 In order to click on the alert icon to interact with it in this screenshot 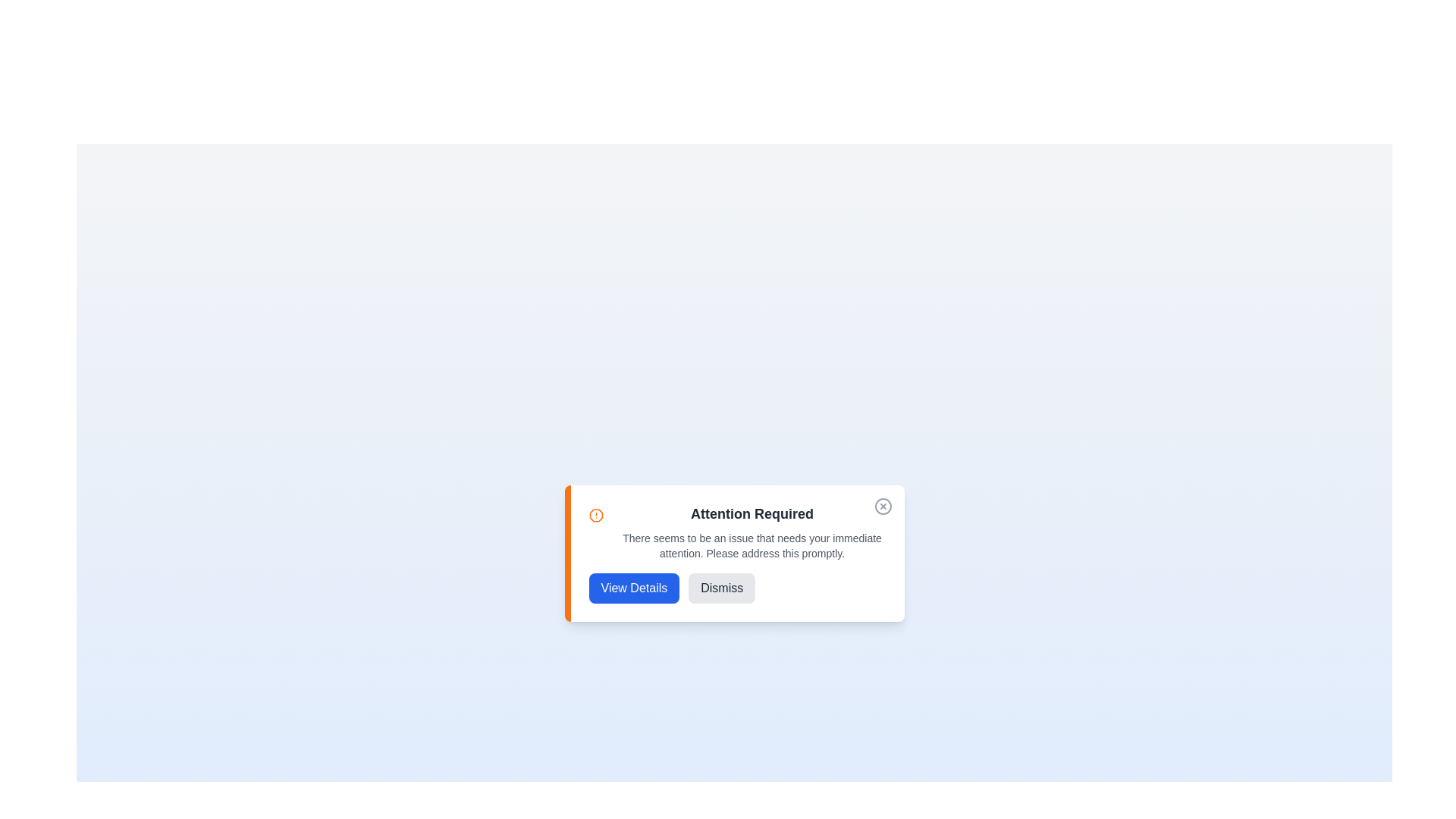, I will do `click(595, 514)`.